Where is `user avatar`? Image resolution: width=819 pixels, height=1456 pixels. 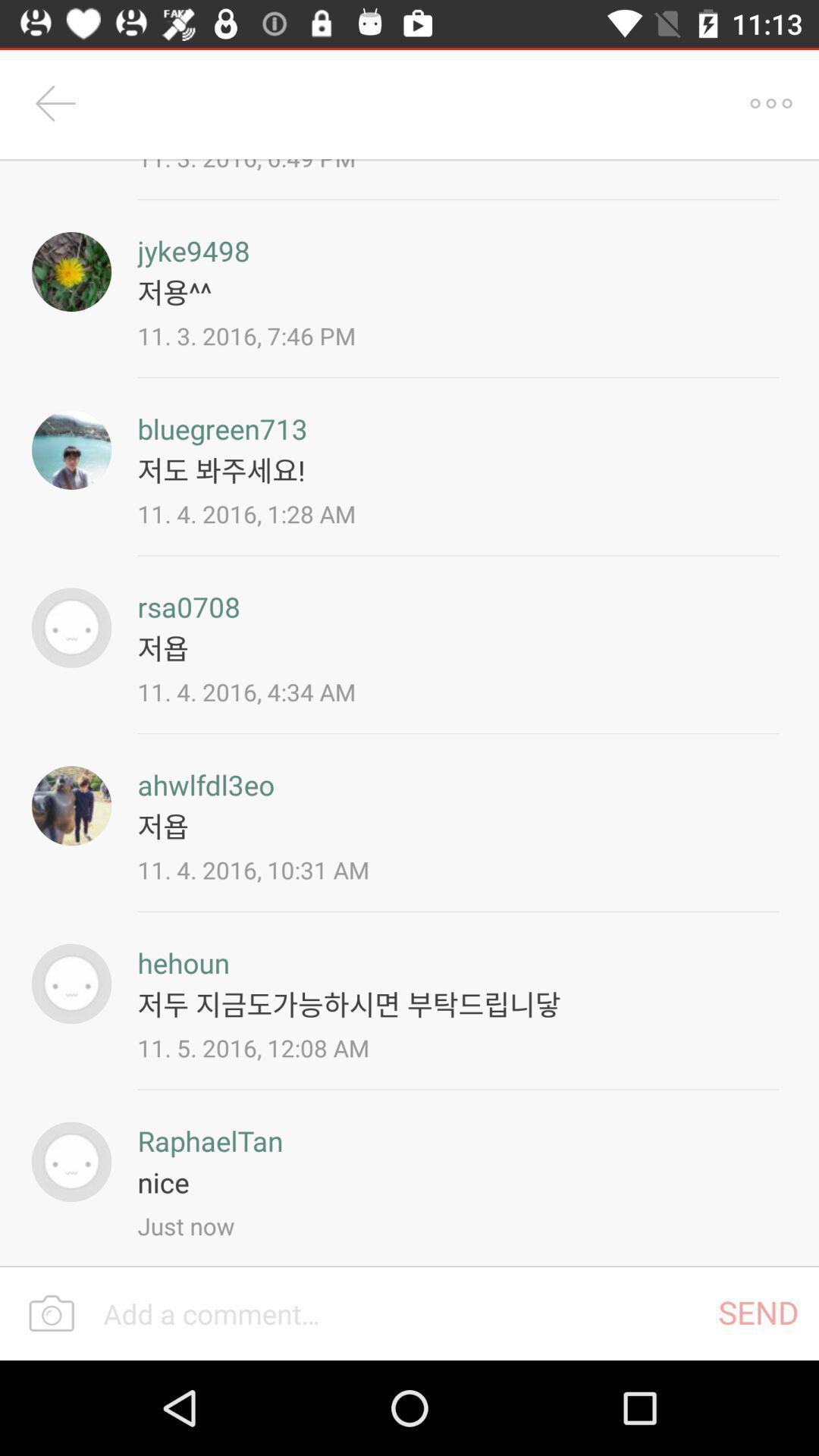 user avatar is located at coordinates (71, 271).